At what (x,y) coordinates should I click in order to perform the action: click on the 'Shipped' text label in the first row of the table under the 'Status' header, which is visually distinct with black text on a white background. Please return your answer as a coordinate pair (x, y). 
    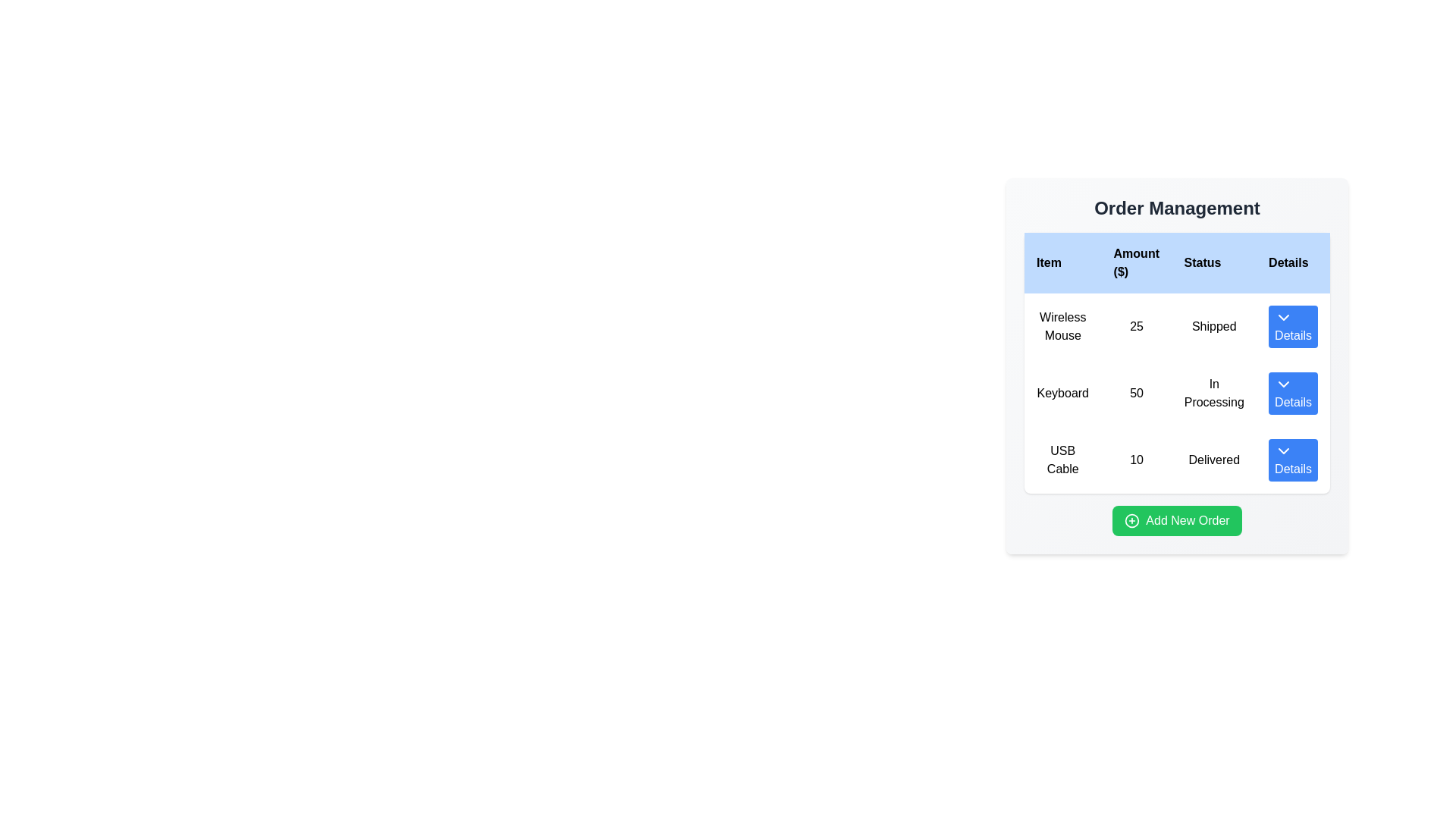
    Looking at the image, I should click on (1214, 326).